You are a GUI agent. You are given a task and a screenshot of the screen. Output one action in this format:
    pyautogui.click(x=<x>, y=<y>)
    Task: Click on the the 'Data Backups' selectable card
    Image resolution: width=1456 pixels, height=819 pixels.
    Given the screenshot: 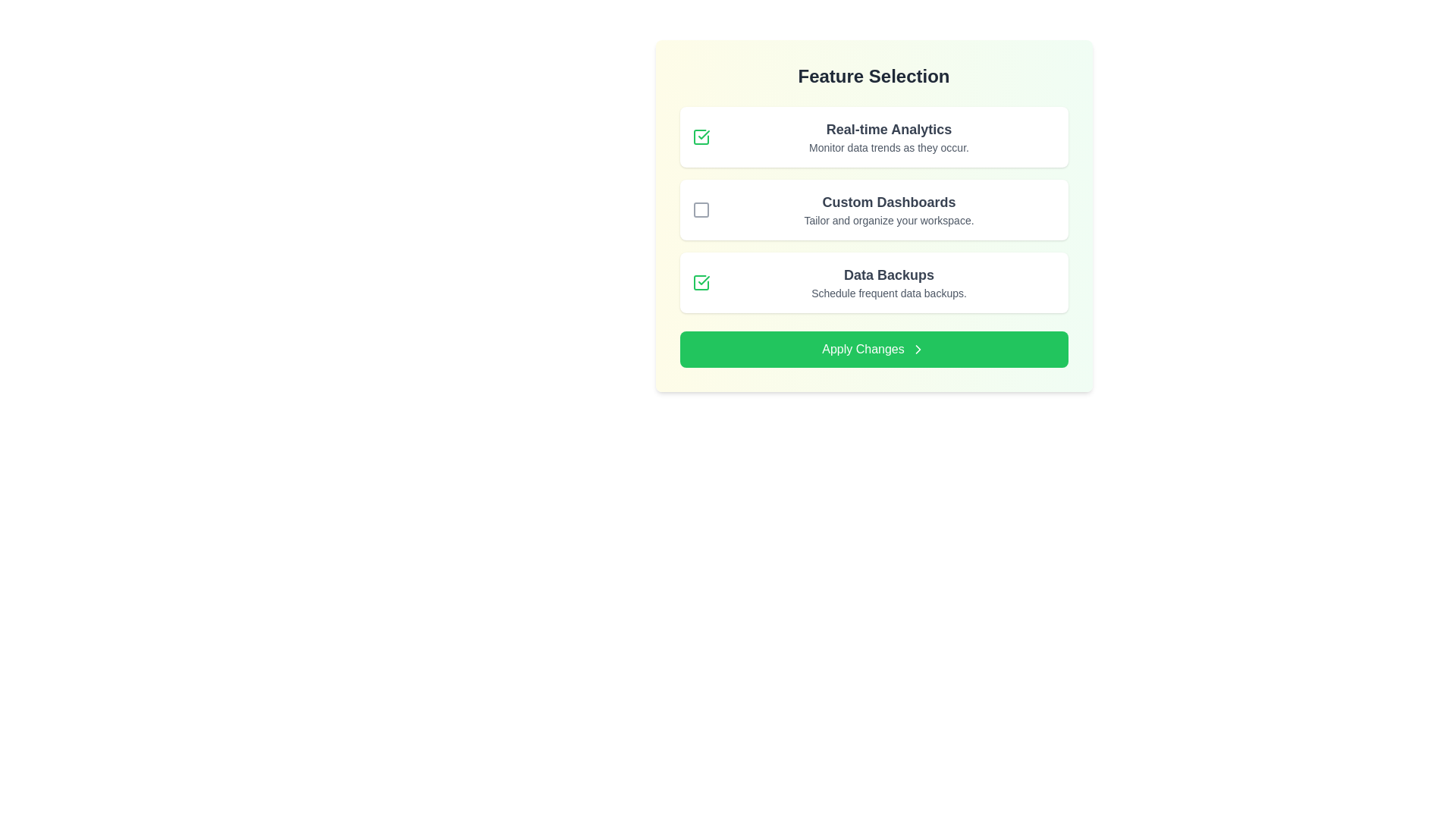 What is the action you would take?
    pyautogui.click(x=874, y=283)
    